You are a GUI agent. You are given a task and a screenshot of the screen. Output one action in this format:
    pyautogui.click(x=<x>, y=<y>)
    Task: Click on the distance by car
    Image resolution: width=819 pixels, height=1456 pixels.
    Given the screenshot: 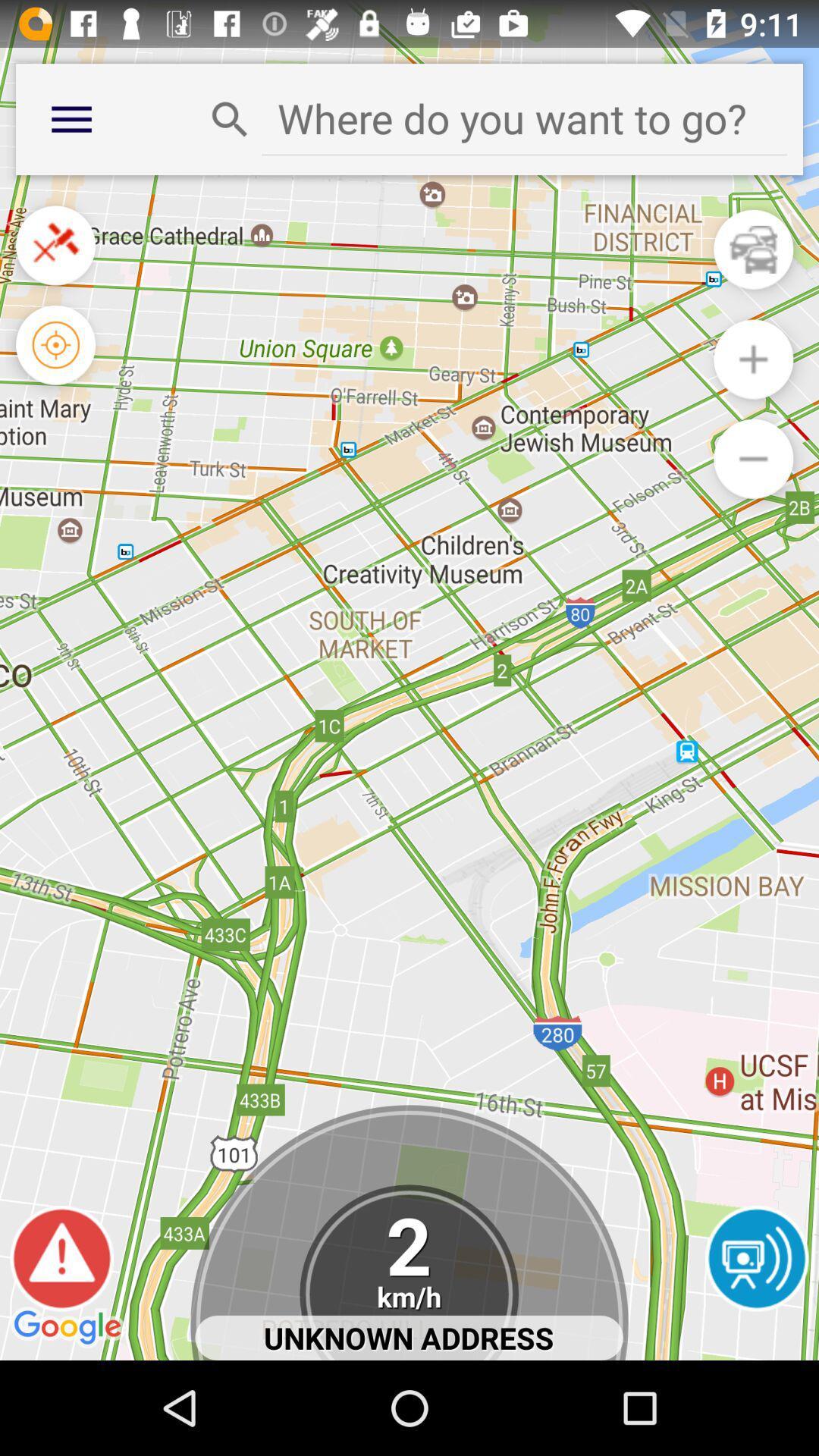 What is the action you would take?
    pyautogui.click(x=753, y=249)
    